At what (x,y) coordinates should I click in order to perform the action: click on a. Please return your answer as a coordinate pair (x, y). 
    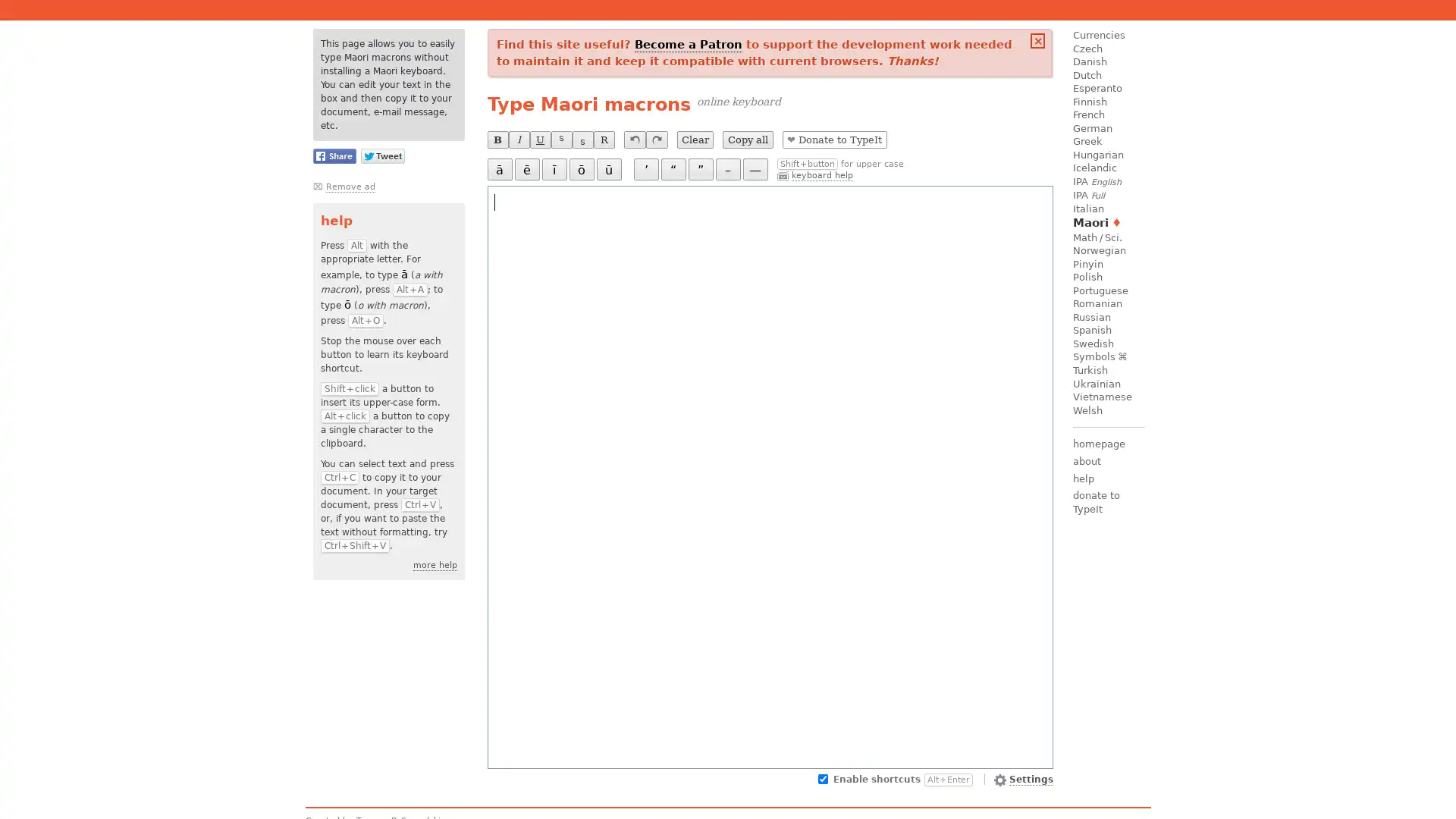
    Looking at the image, I should click on (499, 169).